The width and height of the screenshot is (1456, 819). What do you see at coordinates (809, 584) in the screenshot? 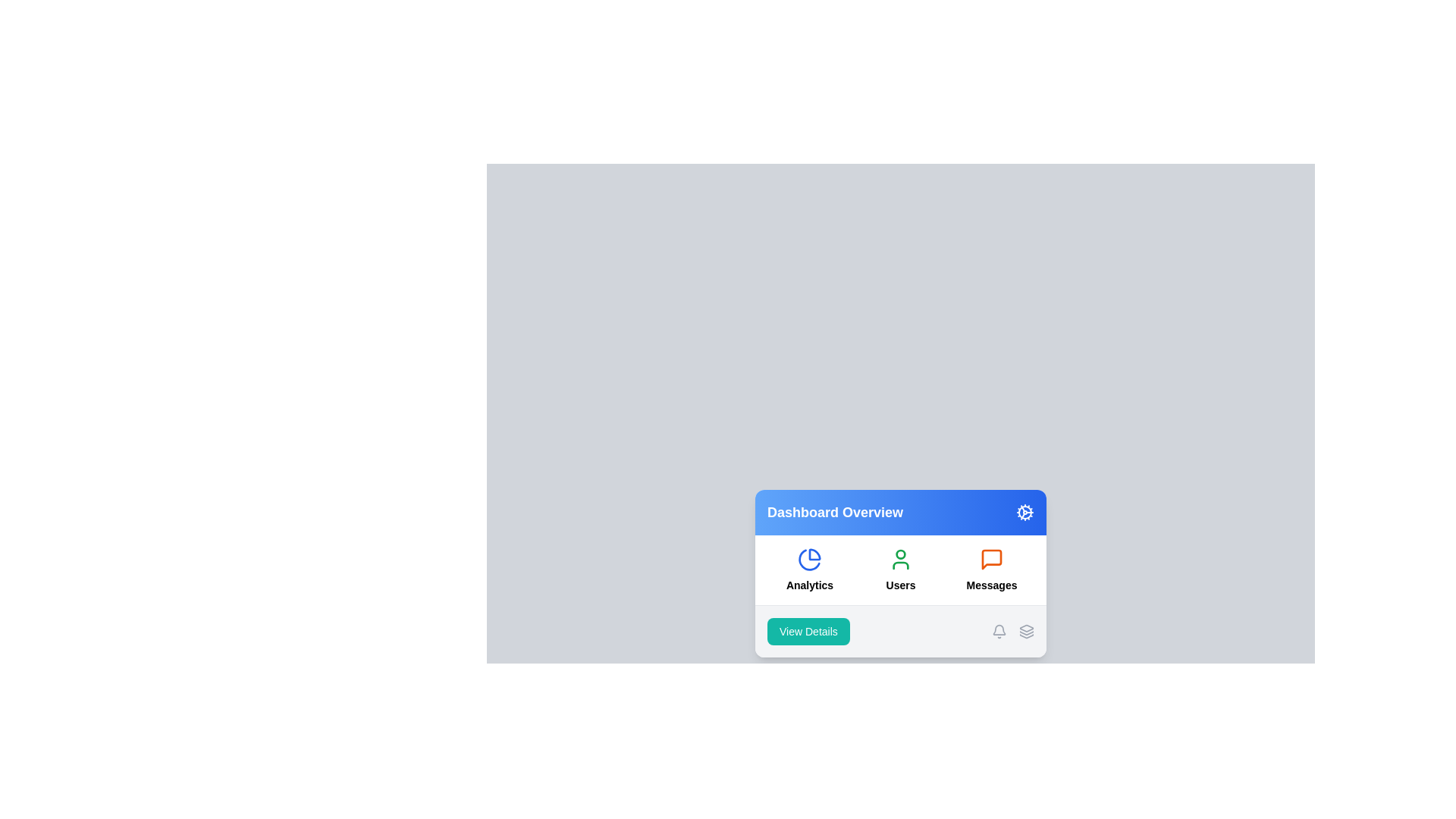
I see `the text label reading 'Analytics', which is styled in bold and located below a blue pie chart icon in the 'Dashboard Overview' module` at bounding box center [809, 584].